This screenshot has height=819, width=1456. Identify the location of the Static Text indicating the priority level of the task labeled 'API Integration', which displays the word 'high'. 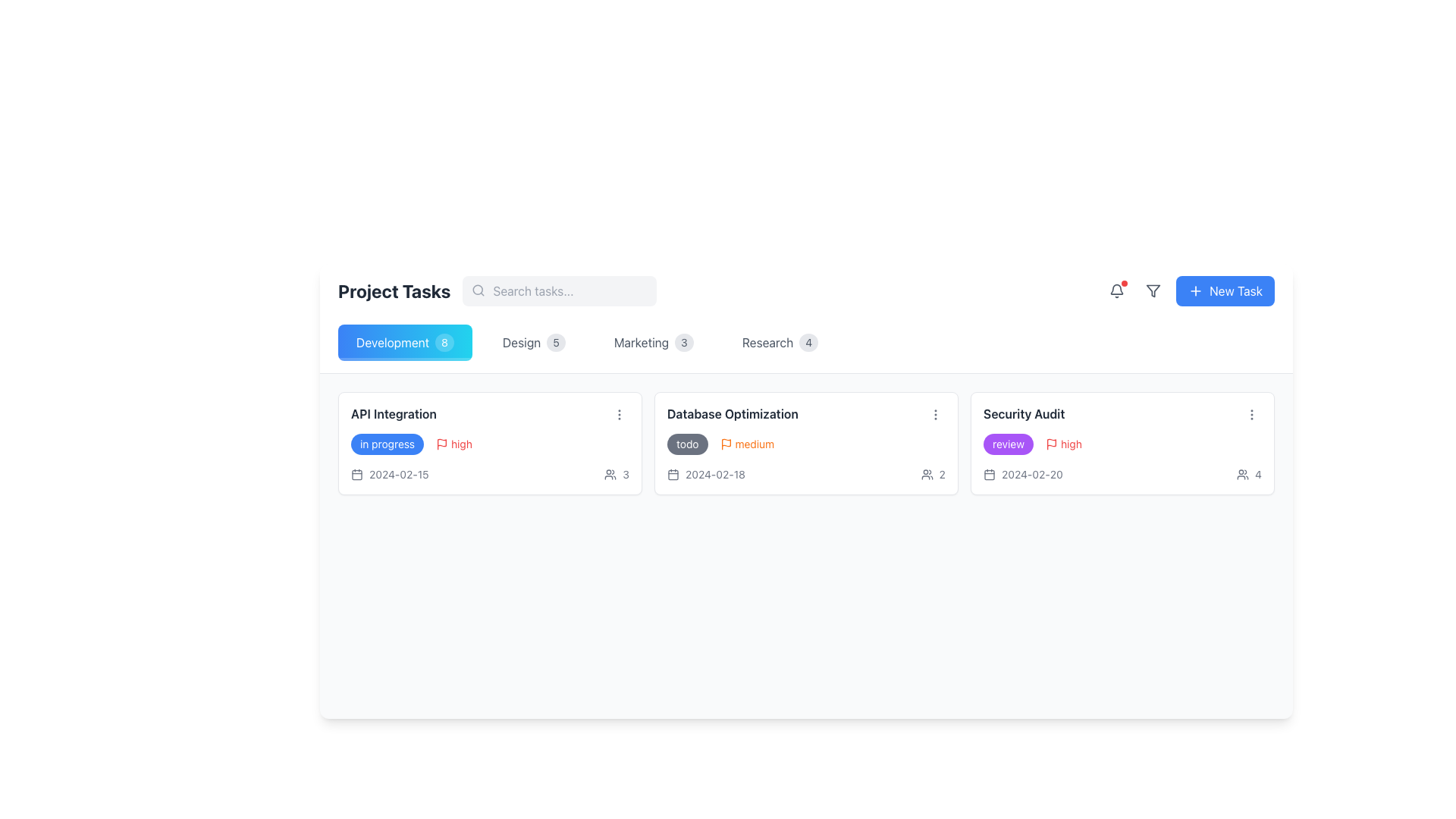
(461, 444).